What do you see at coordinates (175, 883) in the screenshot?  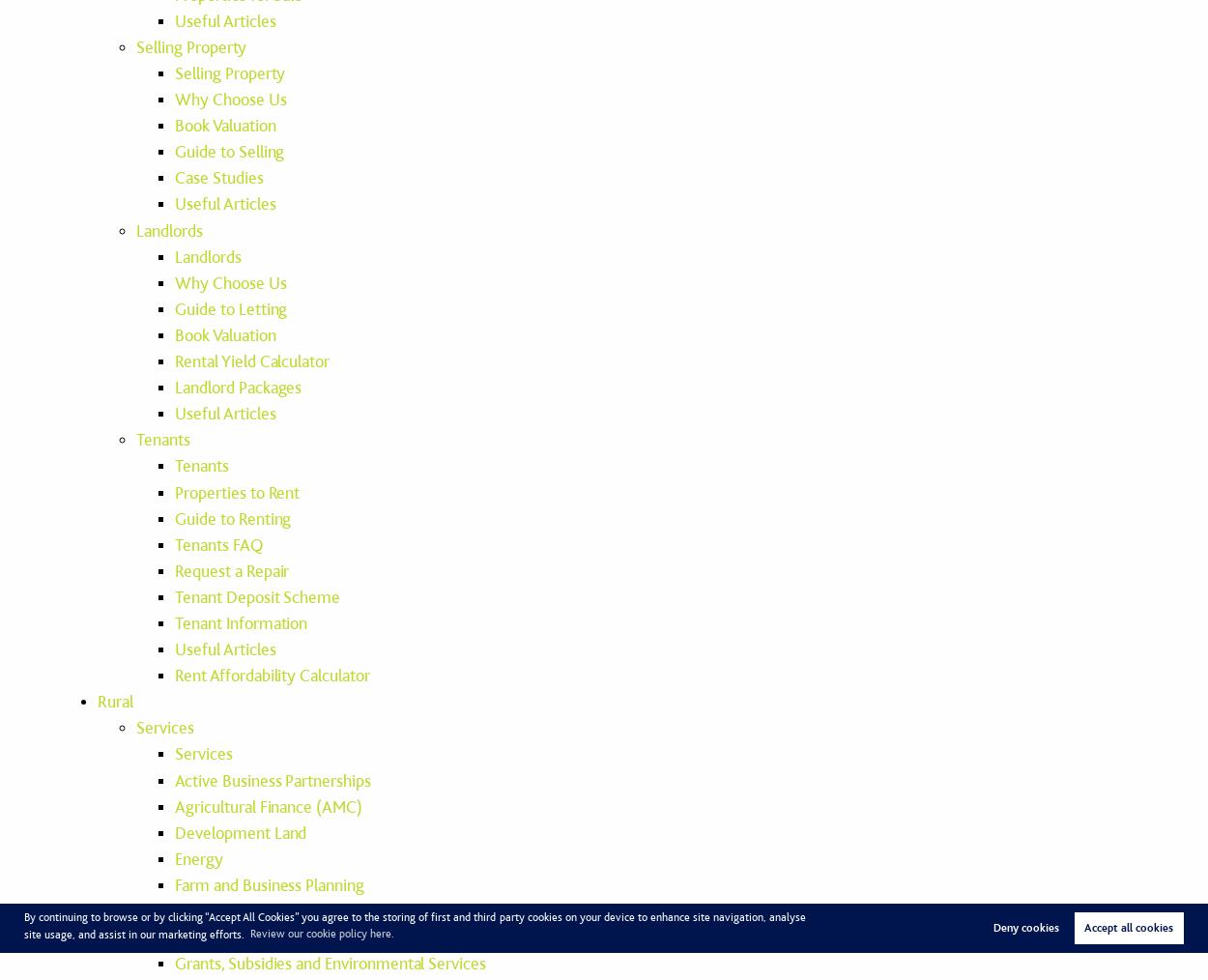 I see `'Farm and Business Planning'` at bounding box center [175, 883].